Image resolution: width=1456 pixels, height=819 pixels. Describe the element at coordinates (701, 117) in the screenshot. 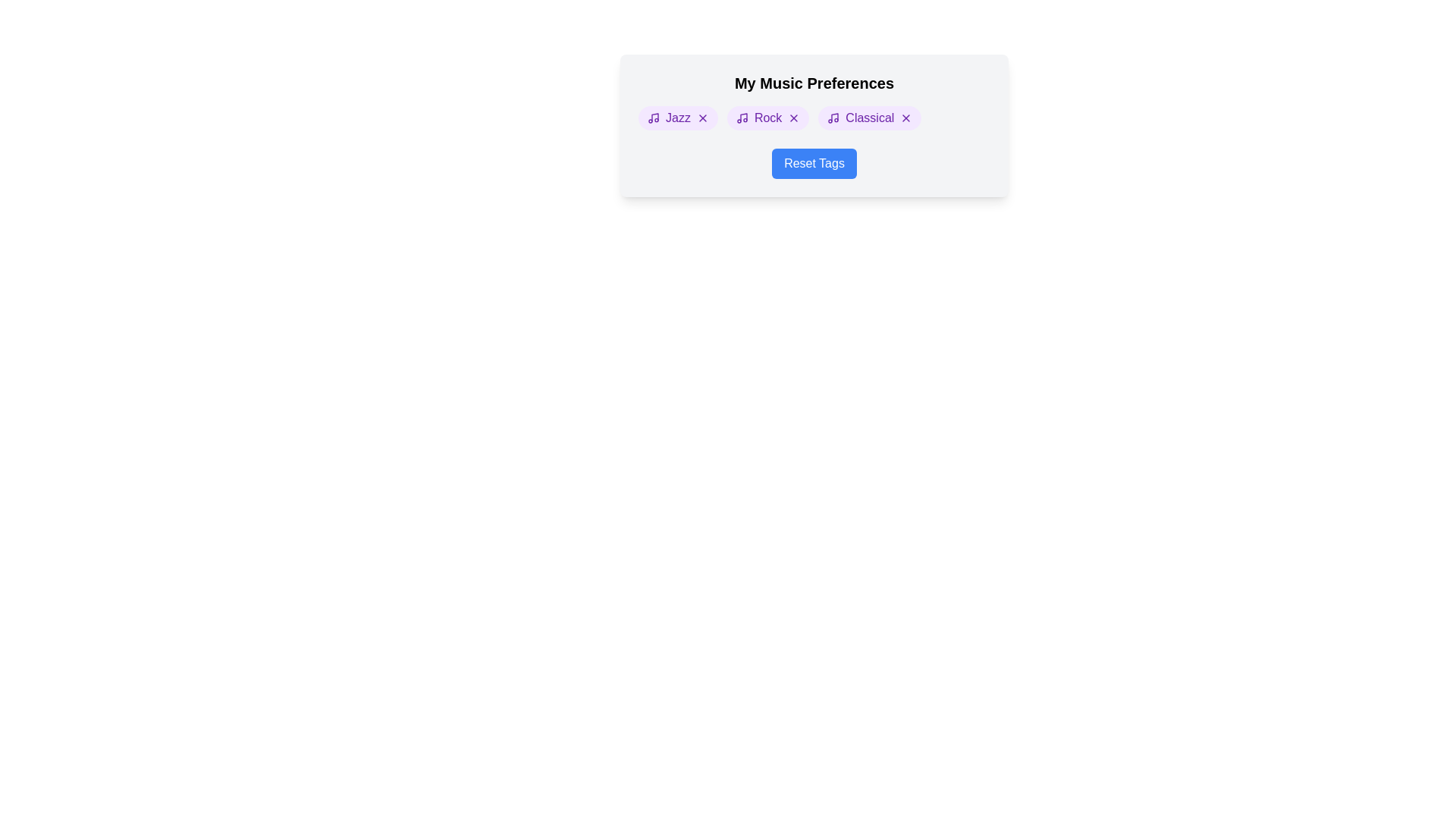

I see `the remove button for the tag Jazz to delete it` at that location.